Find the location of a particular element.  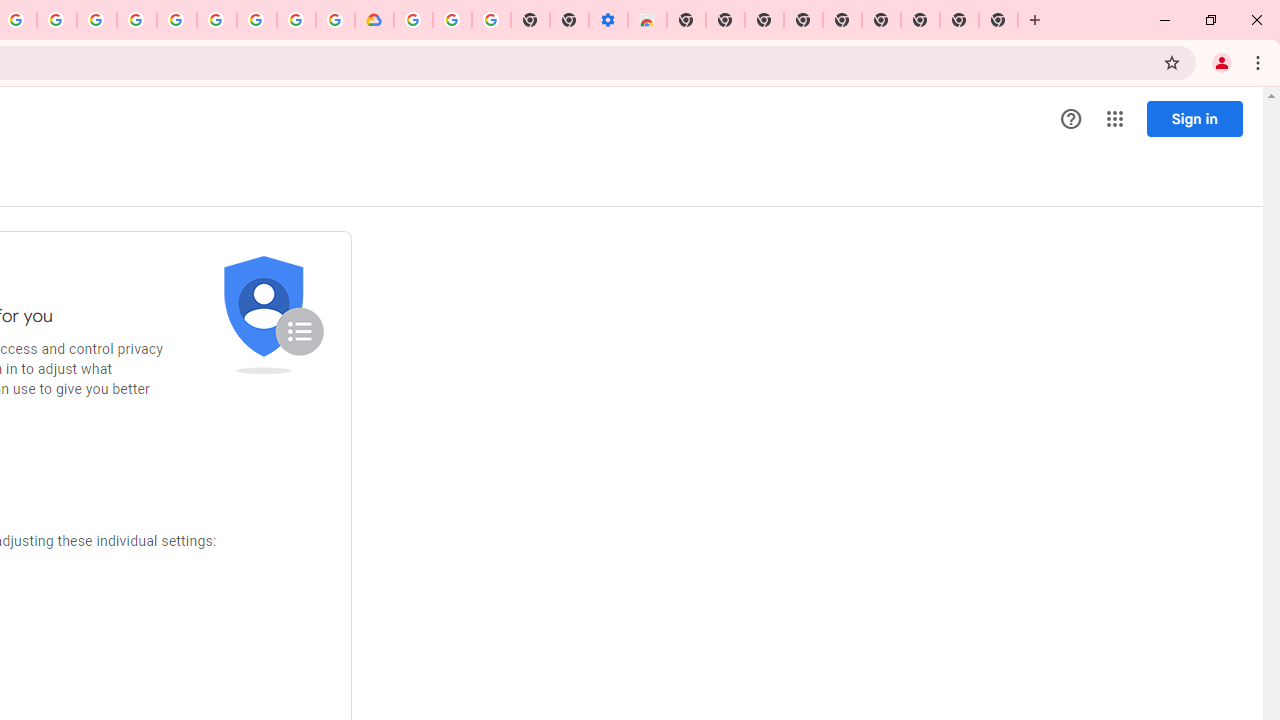

'Turn cookies on or off - Computer - Google Account Help' is located at coordinates (491, 20).